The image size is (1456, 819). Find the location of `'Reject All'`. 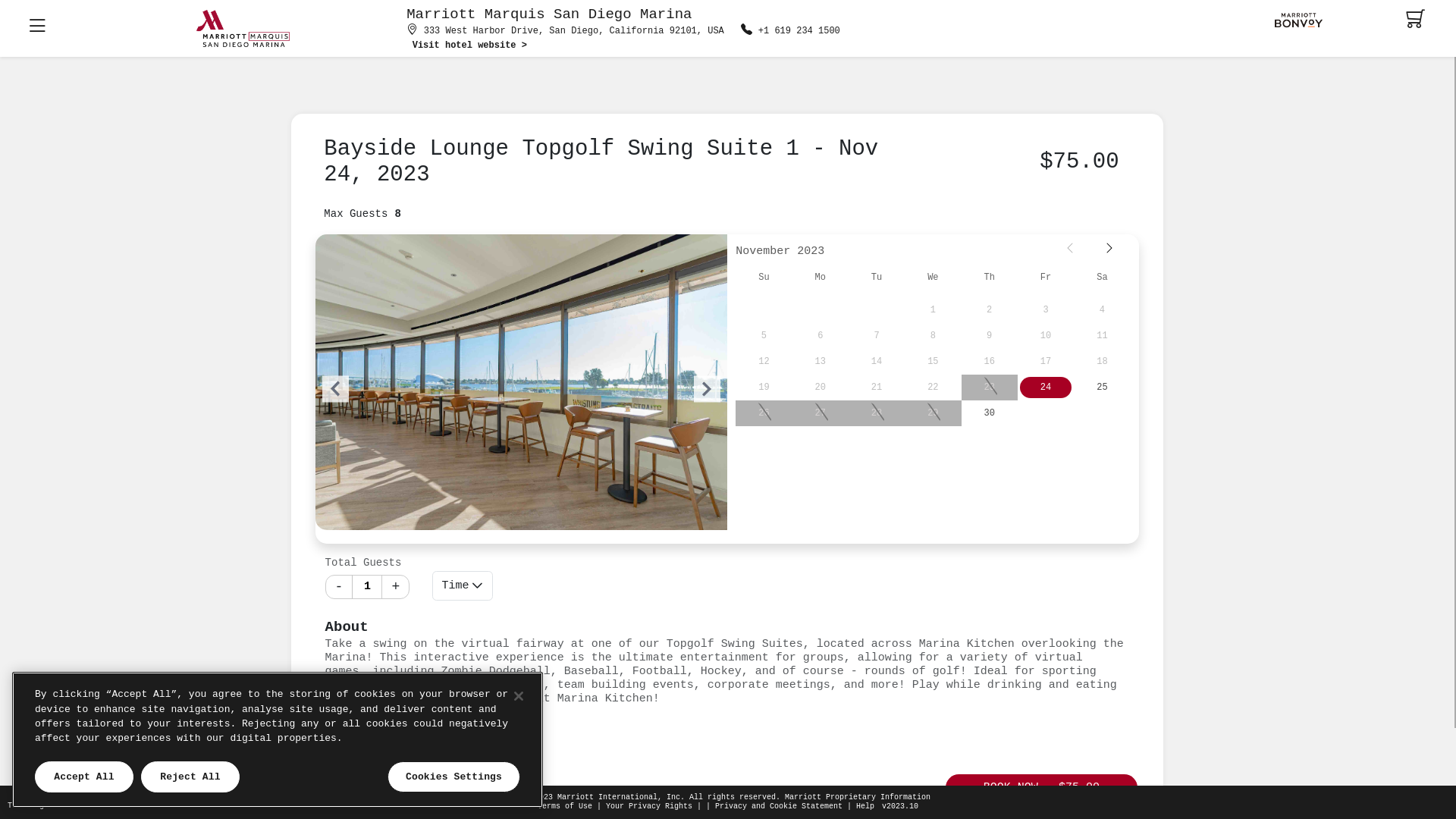

'Reject All' is located at coordinates (141, 777).